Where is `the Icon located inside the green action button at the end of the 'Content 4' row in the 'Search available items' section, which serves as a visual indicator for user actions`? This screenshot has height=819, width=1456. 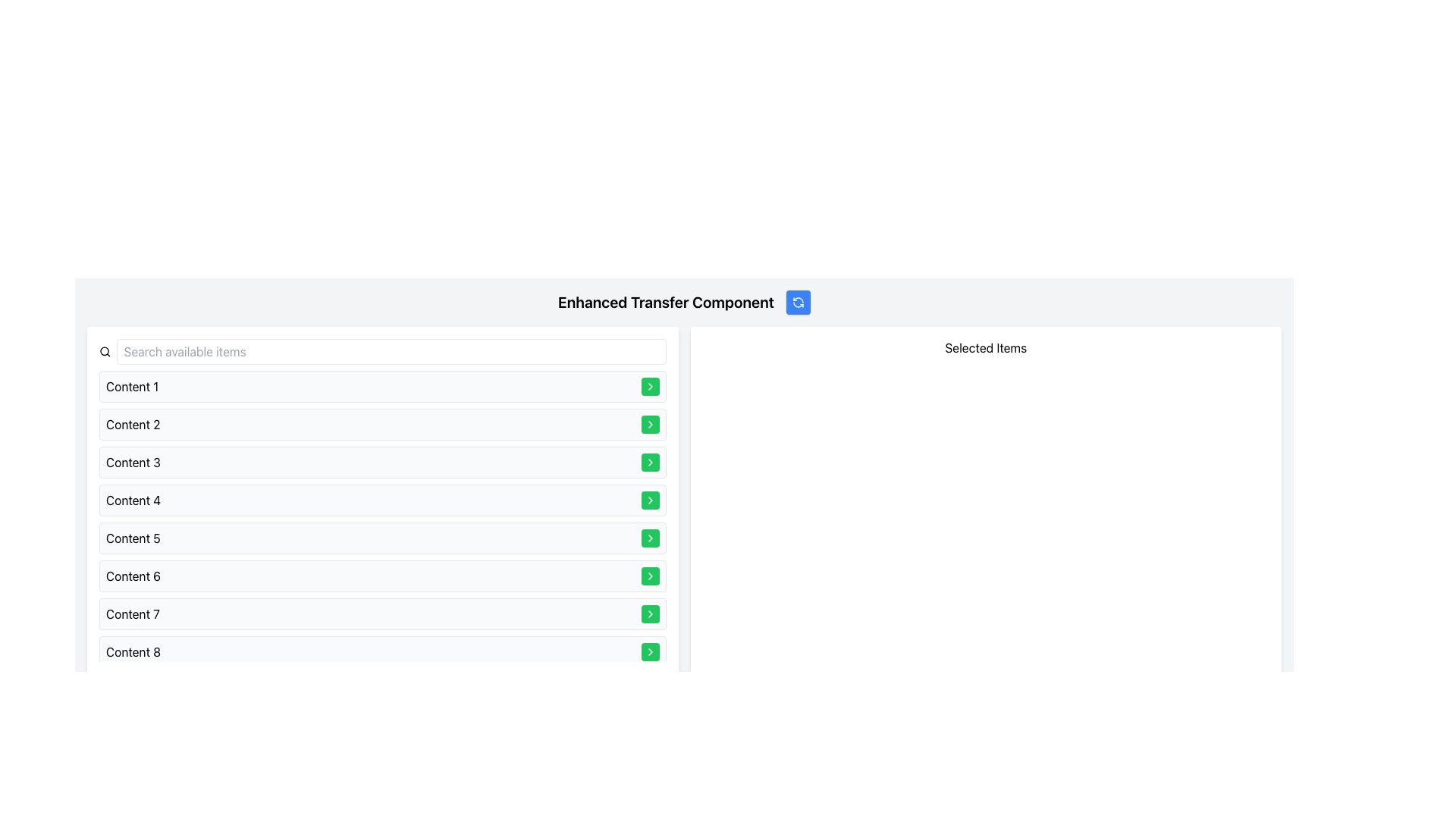
the Icon located inside the green action button at the end of the 'Content 4' row in the 'Search available items' section, which serves as a visual indicator for user actions is located at coordinates (650, 461).